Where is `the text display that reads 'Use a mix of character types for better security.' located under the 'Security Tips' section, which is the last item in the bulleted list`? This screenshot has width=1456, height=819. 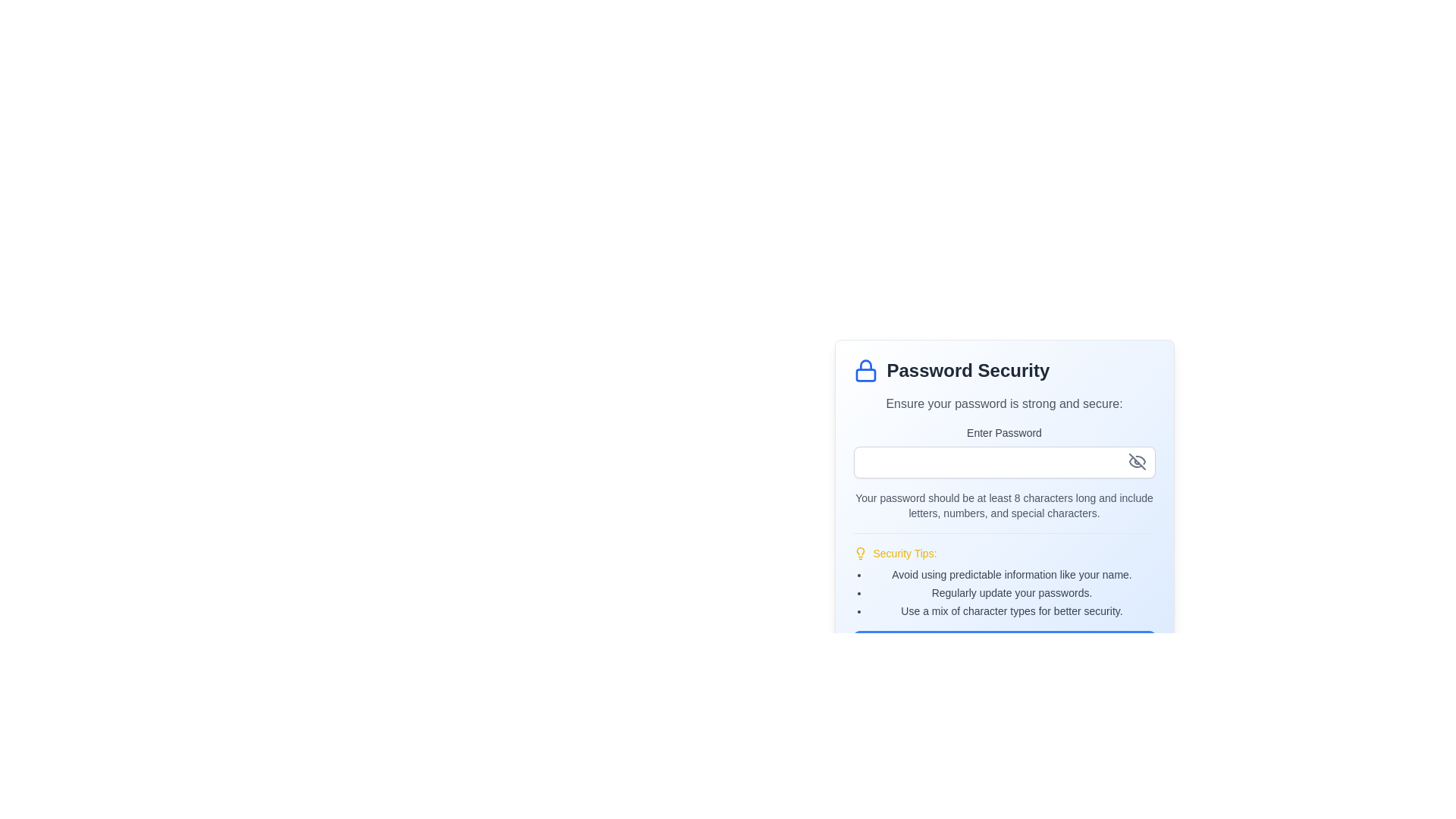 the text display that reads 'Use a mix of character types for better security.' located under the 'Security Tips' section, which is the last item in the bulleted list is located at coordinates (1012, 610).